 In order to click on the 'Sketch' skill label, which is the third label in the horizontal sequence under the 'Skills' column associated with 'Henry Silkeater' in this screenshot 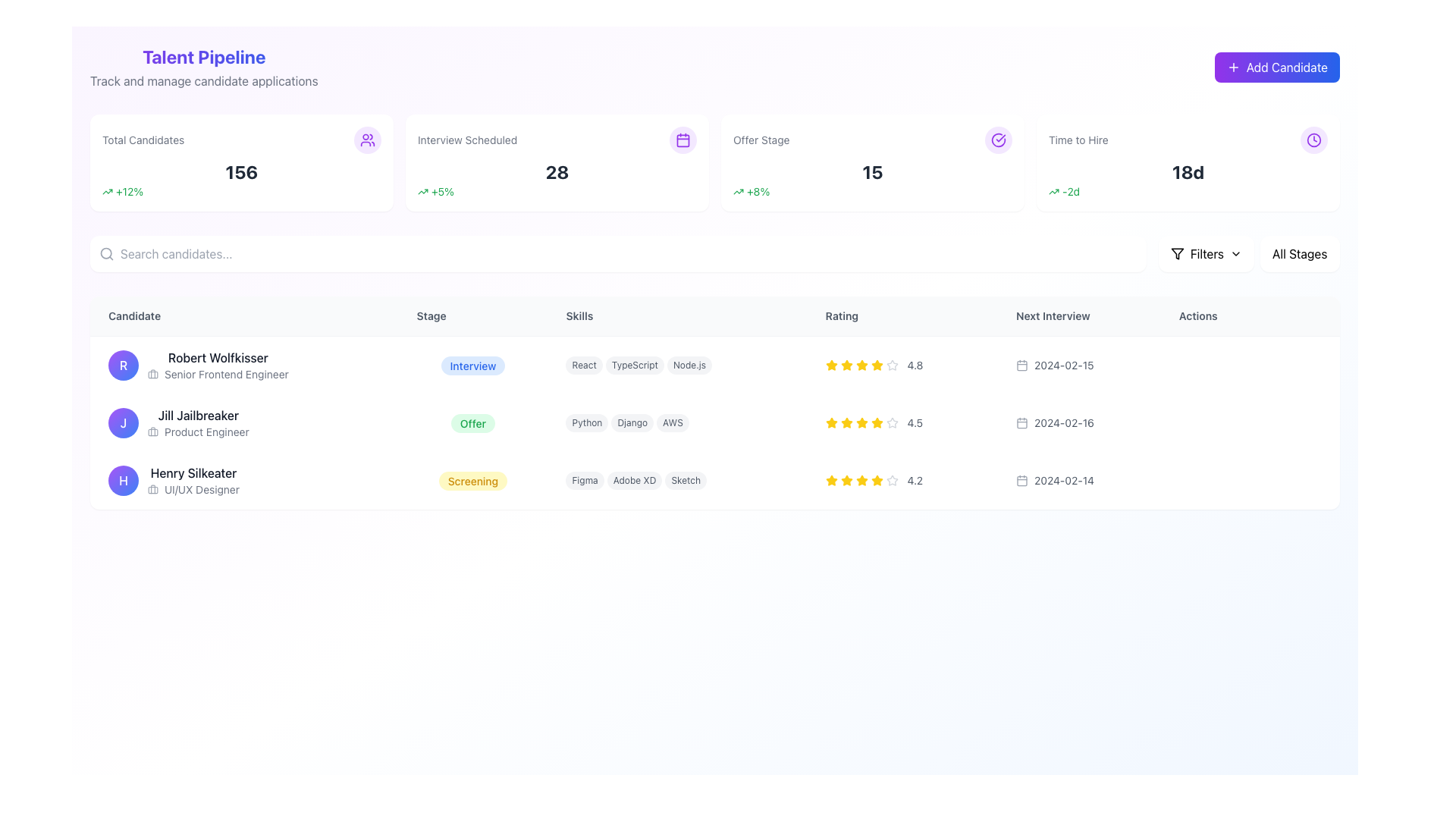, I will do `click(685, 480)`.